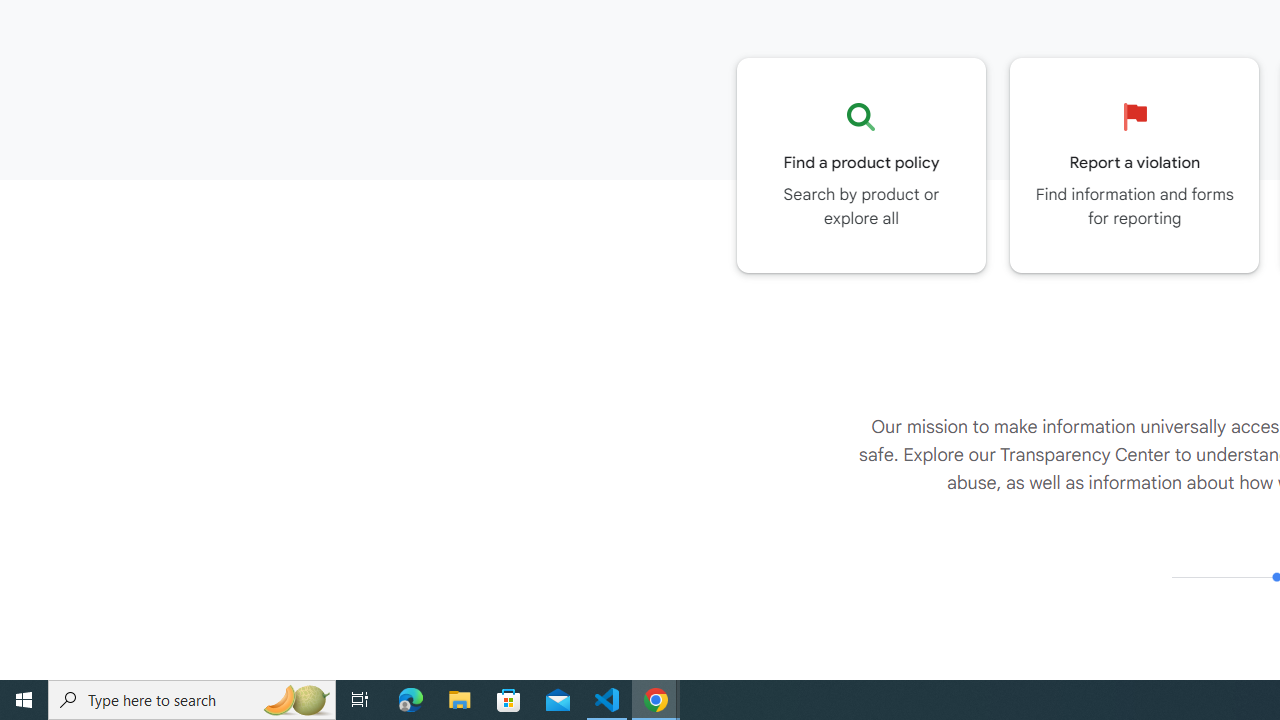 This screenshot has height=720, width=1280. I want to click on 'Go to the Reporting and appeals page', so click(1134, 164).